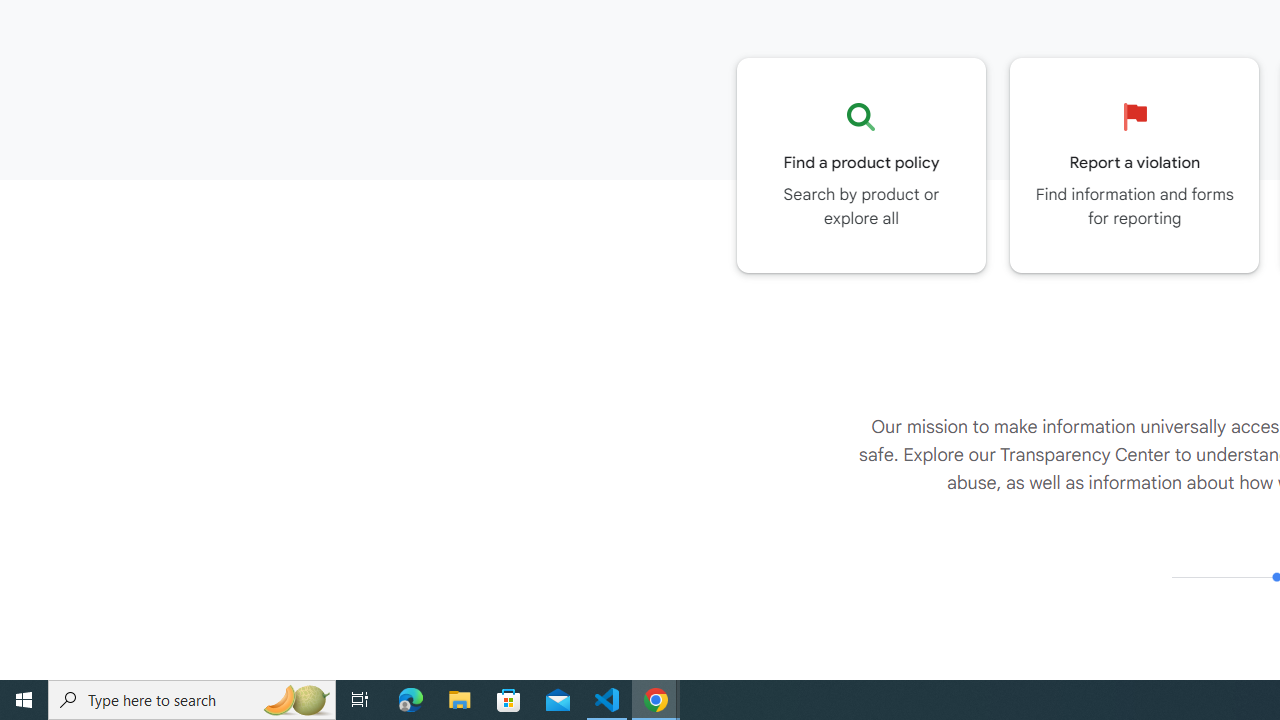 This screenshot has height=720, width=1280. I want to click on 'Go to the Reporting and appeals page', so click(1134, 164).